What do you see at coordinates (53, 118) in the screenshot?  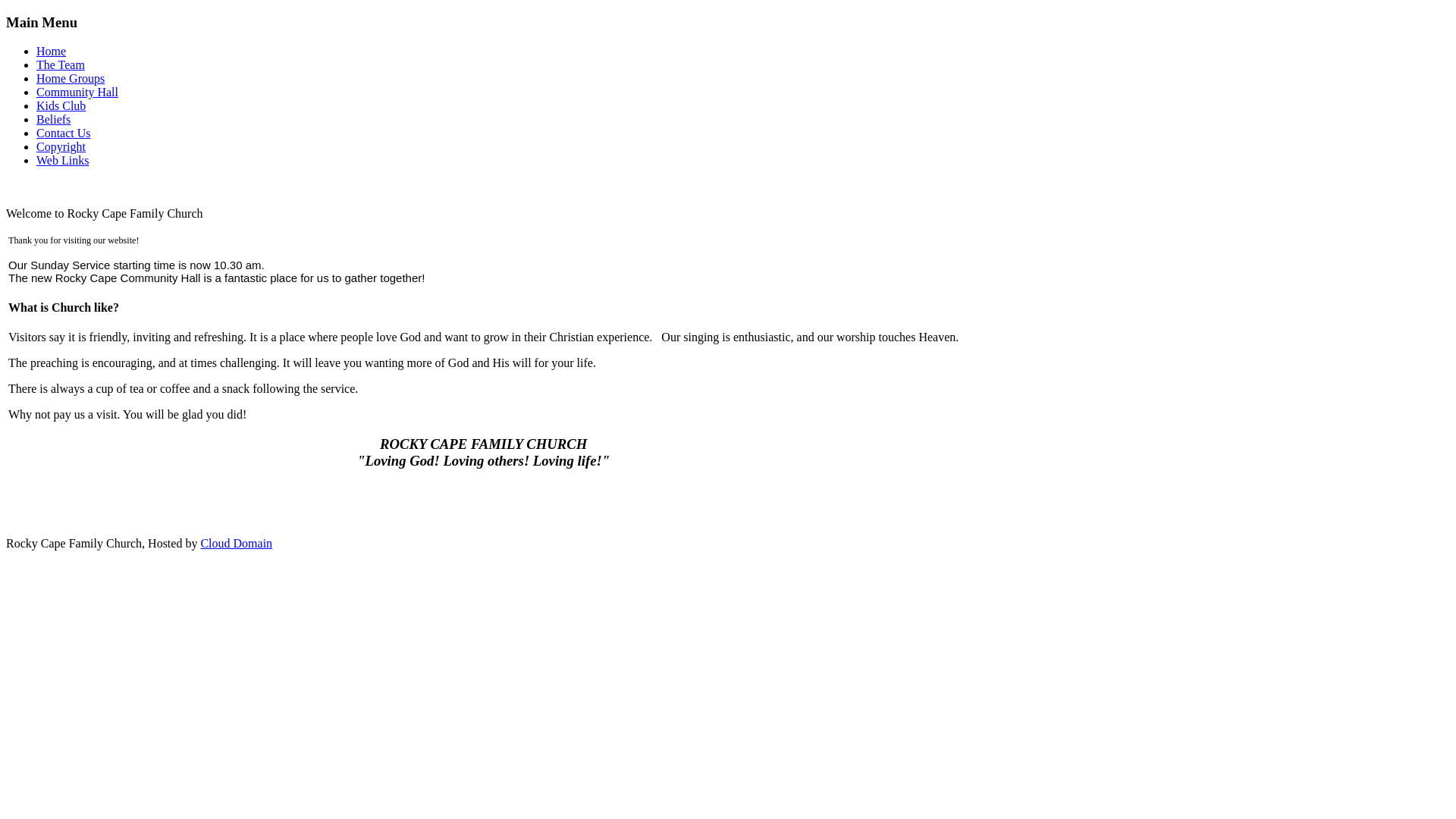 I see `'Beliefs'` at bounding box center [53, 118].